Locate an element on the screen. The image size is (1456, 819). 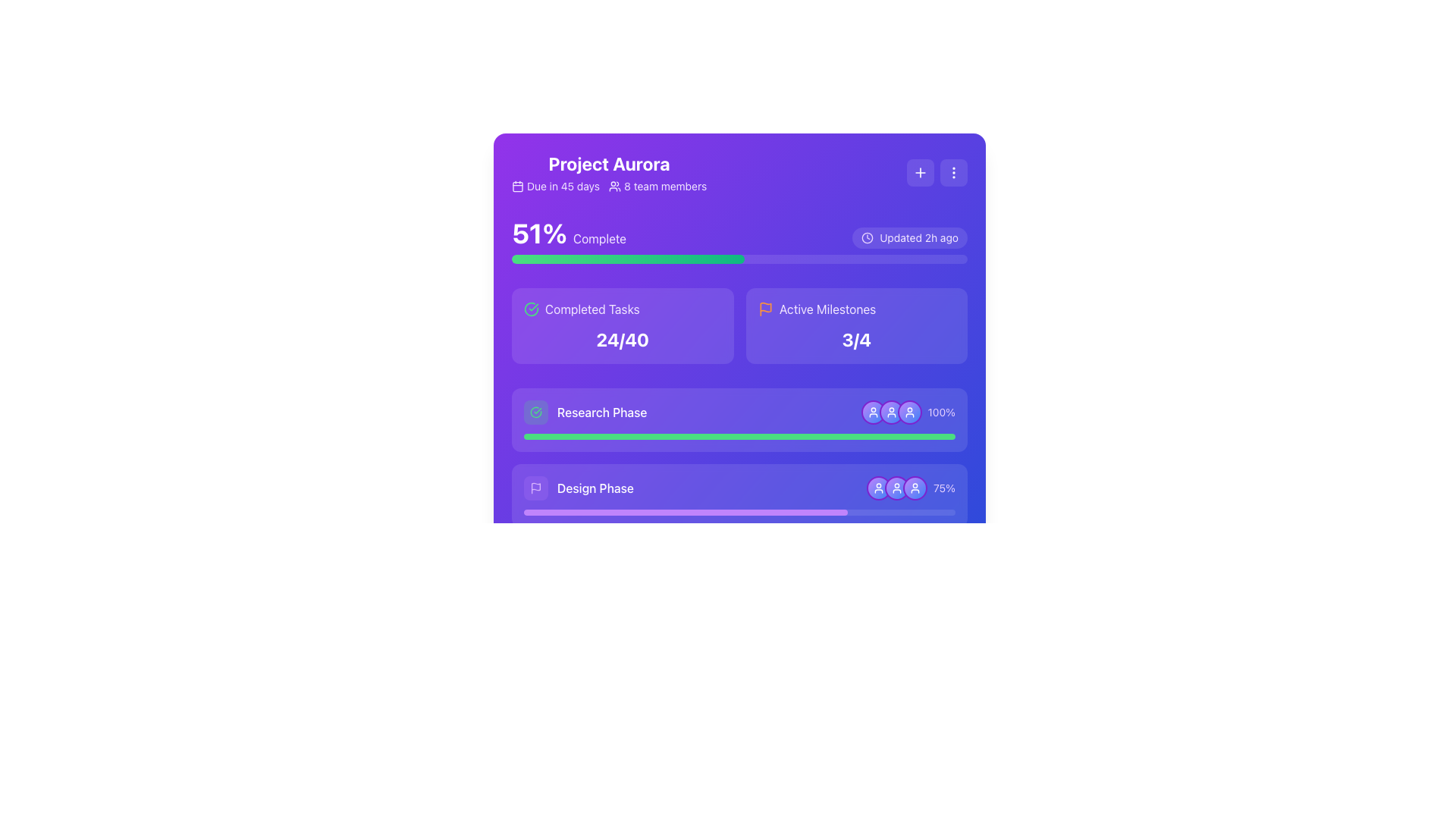
the user profile icon, which is characterized by a circular head and a semi-circular body outline, located in the top-right corner of the interface is located at coordinates (873, 412).